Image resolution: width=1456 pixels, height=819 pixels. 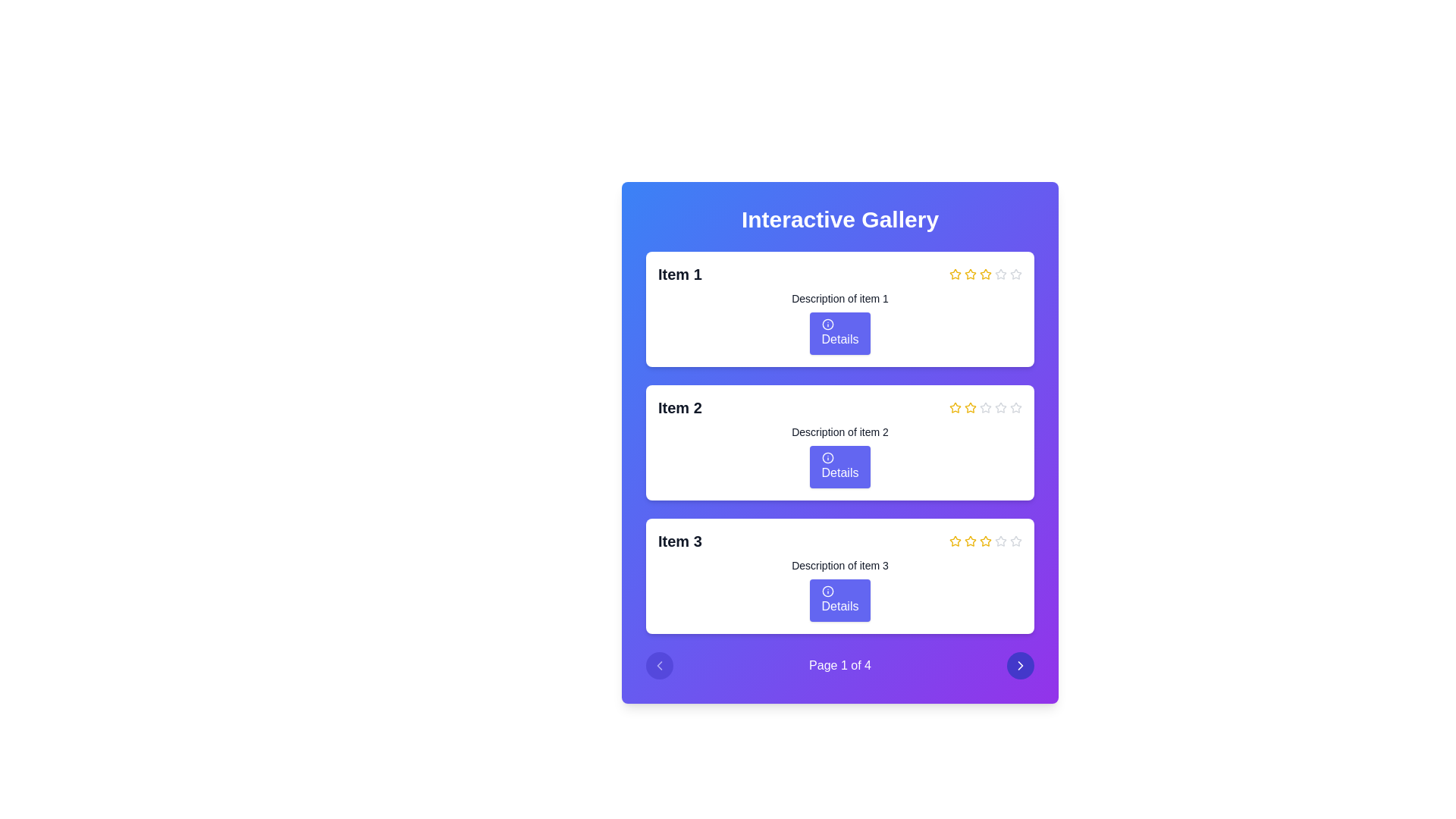 I want to click on the star icon in the rating section for 'Item 2', which is the third star in a row of five stars, so click(x=1001, y=406).